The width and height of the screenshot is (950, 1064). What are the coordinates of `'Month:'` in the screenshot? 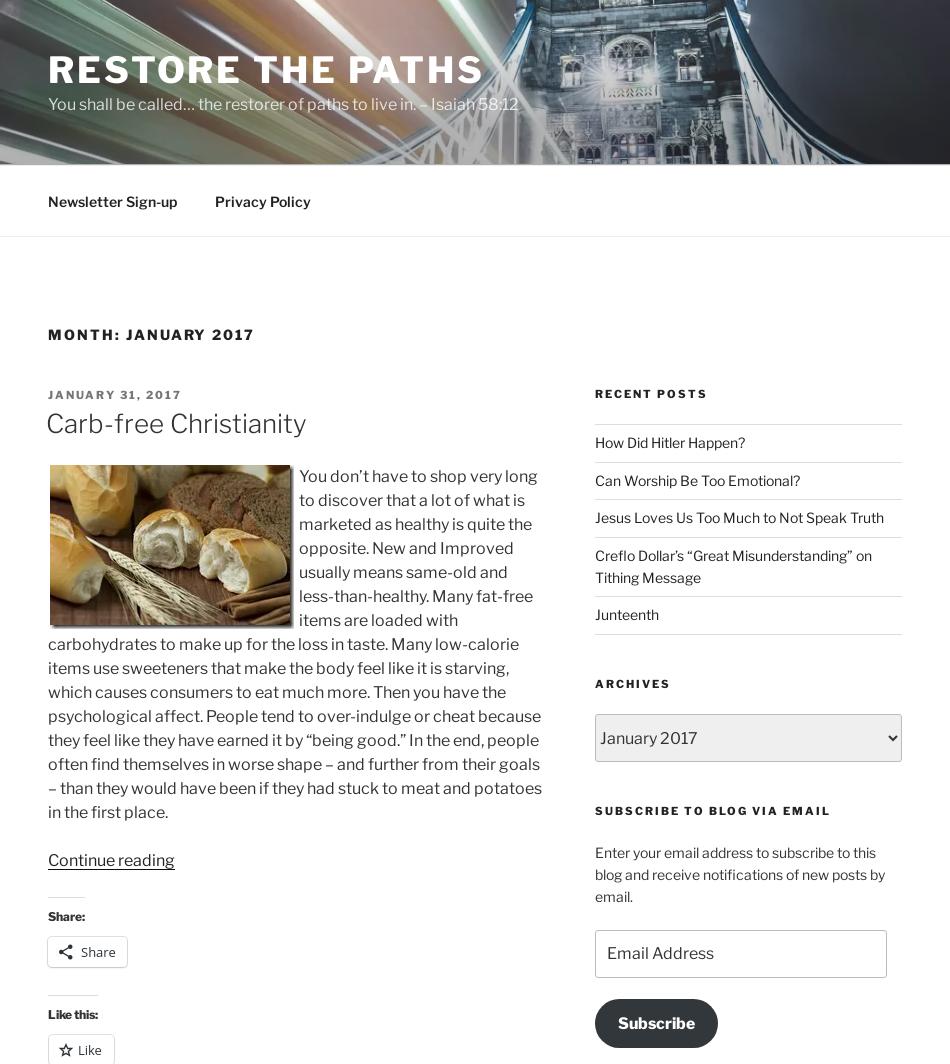 It's located at (86, 334).